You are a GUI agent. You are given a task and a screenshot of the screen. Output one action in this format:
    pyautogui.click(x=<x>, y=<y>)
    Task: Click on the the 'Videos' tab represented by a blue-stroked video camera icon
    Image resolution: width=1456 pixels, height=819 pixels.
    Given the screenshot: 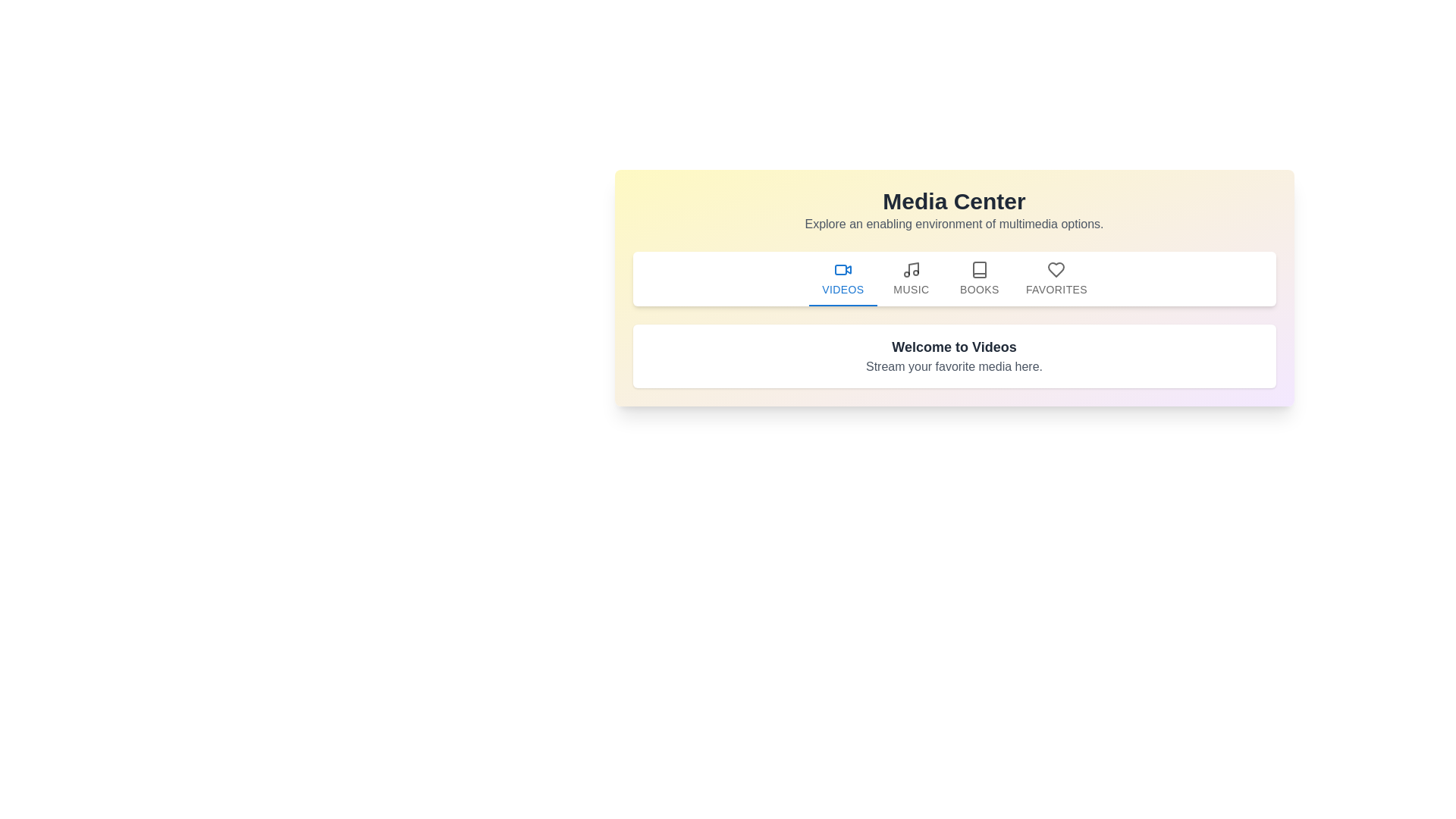 What is the action you would take?
    pyautogui.click(x=842, y=269)
    